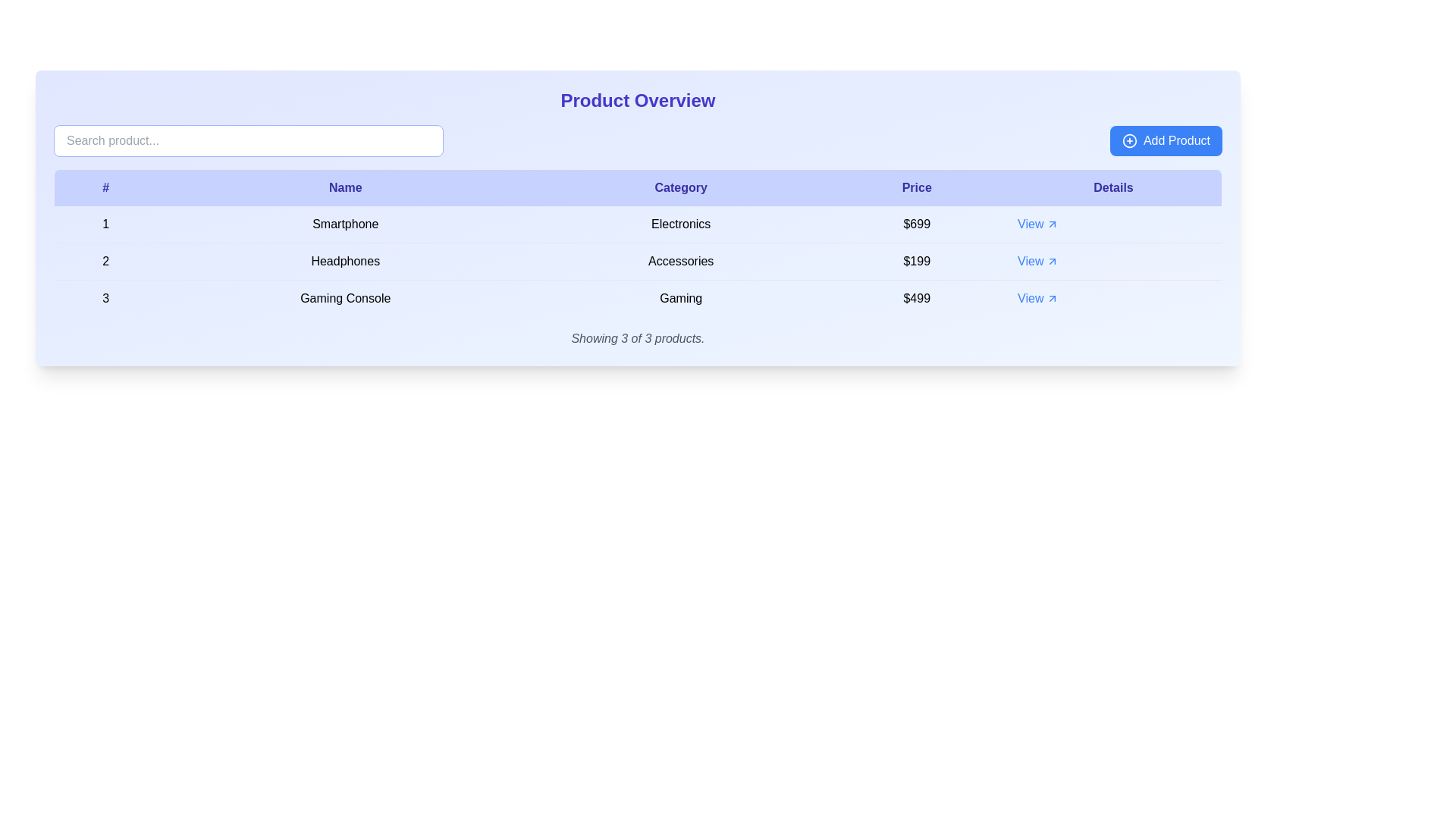 Image resolution: width=1456 pixels, height=819 pixels. I want to click on the hyperlink labeled 'View' in the 'Details' column of the third row of the table, so click(1037, 298).